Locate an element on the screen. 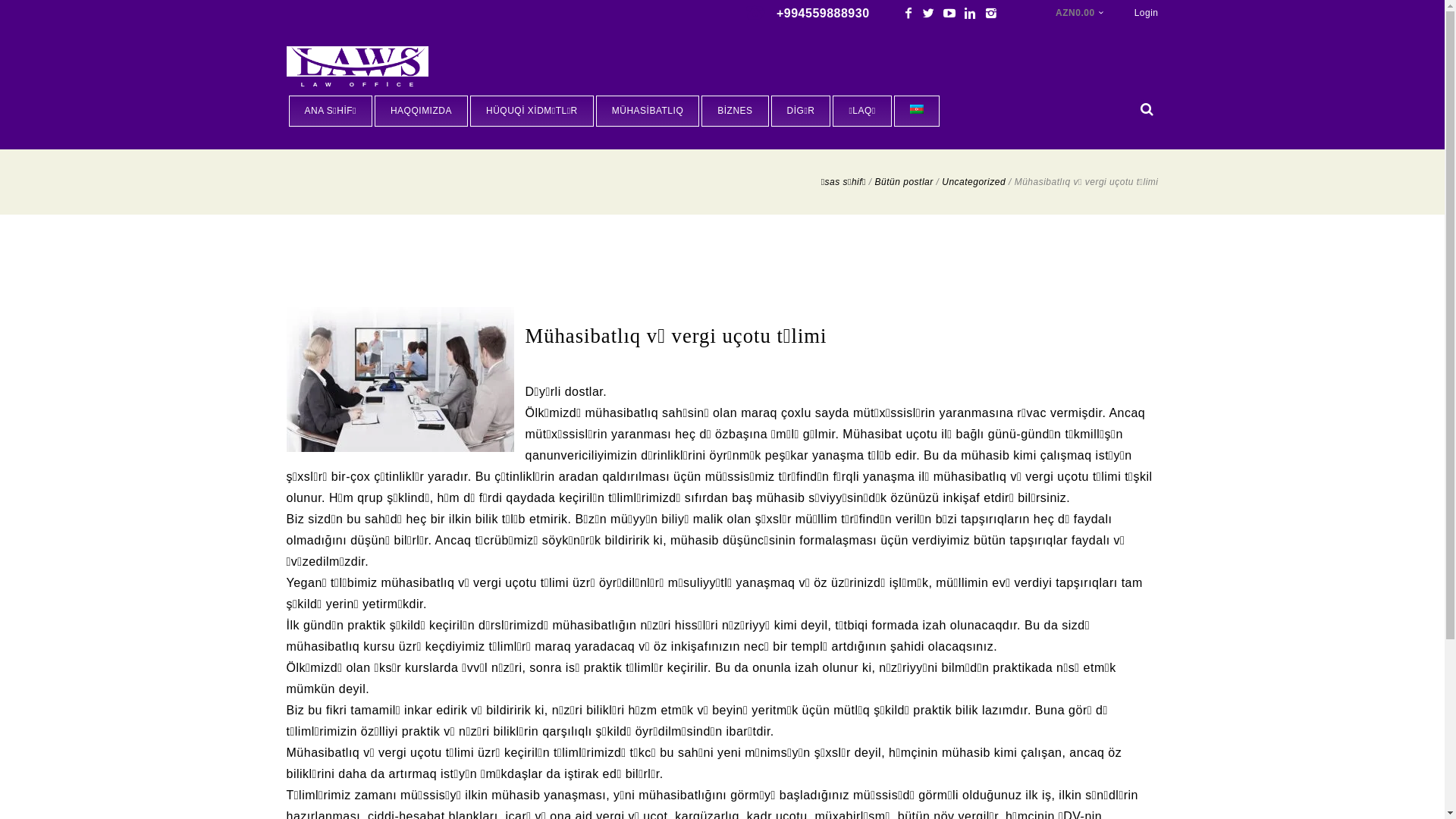  'Uncategorized' is located at coordinates (941, 180).